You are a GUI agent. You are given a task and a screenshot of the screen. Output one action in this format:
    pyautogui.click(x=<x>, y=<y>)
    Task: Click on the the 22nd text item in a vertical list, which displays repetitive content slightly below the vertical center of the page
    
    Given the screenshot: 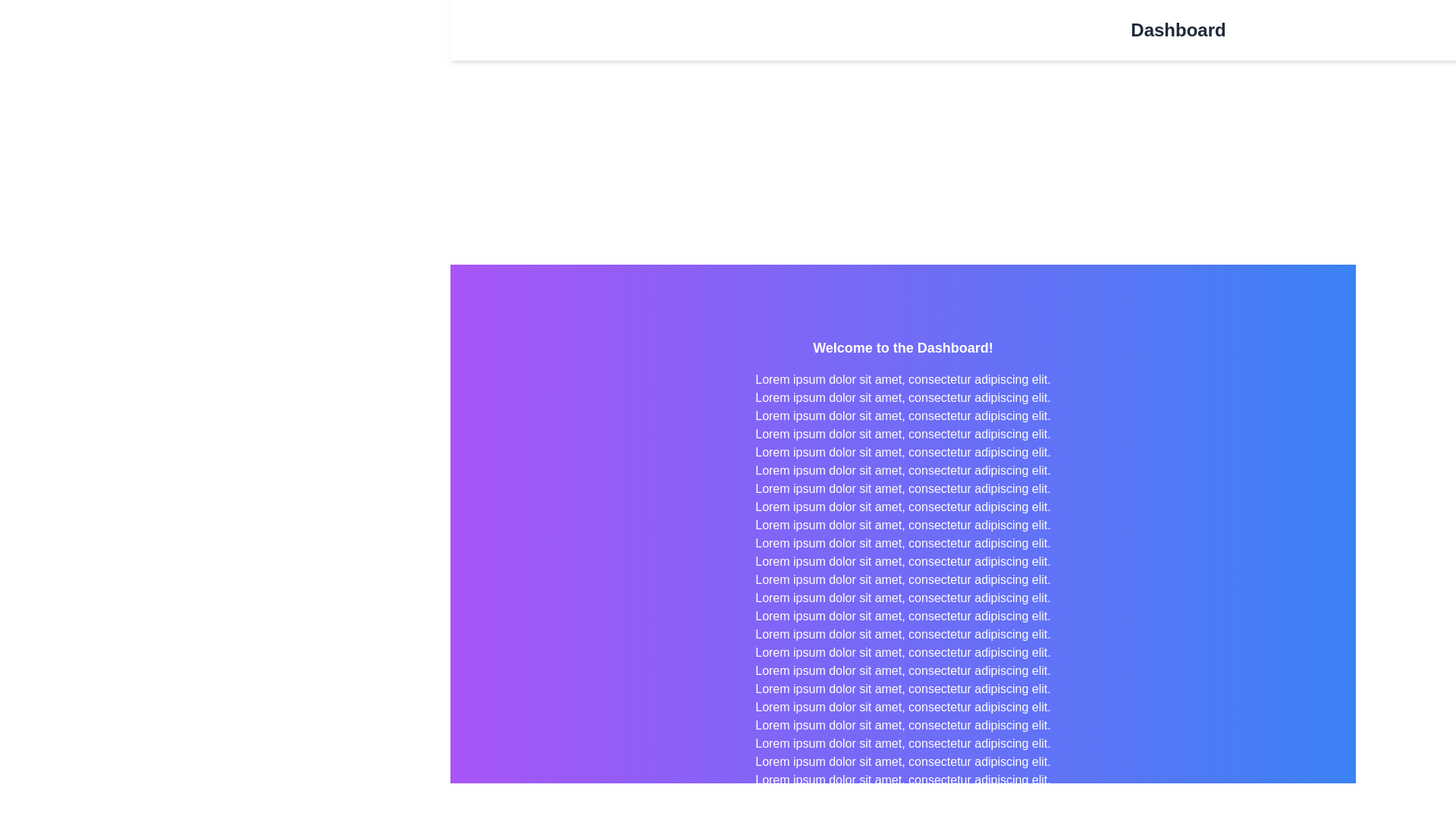 What is the action you would take?
    pyautogui.click(x=902, y=724)
    